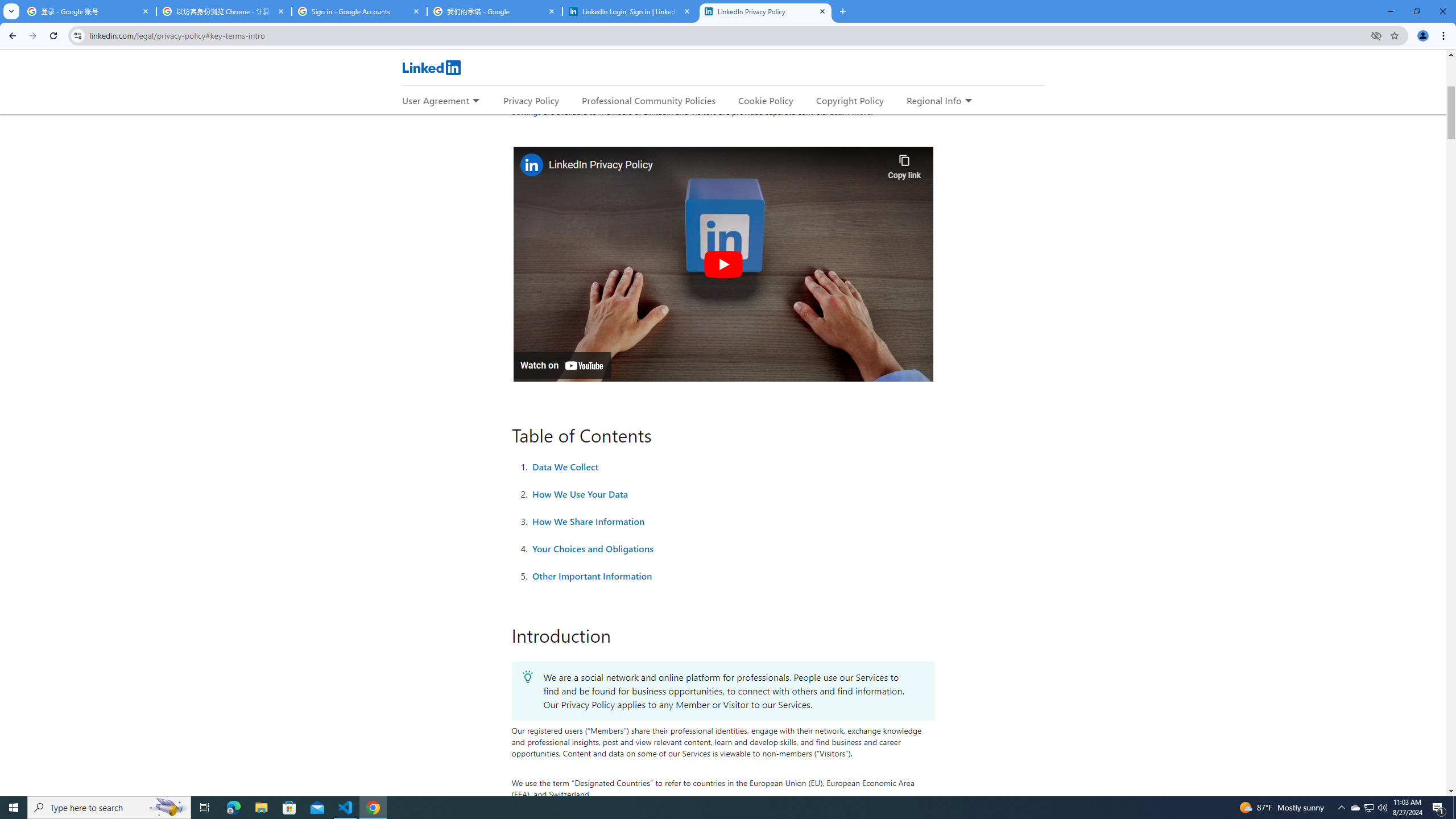 Image resolution: width=1456 pixels, height=819 pixels. Describe the element at coordinates (849, 100) in the screenshot. I see `'Copyright Policy'` at that location.